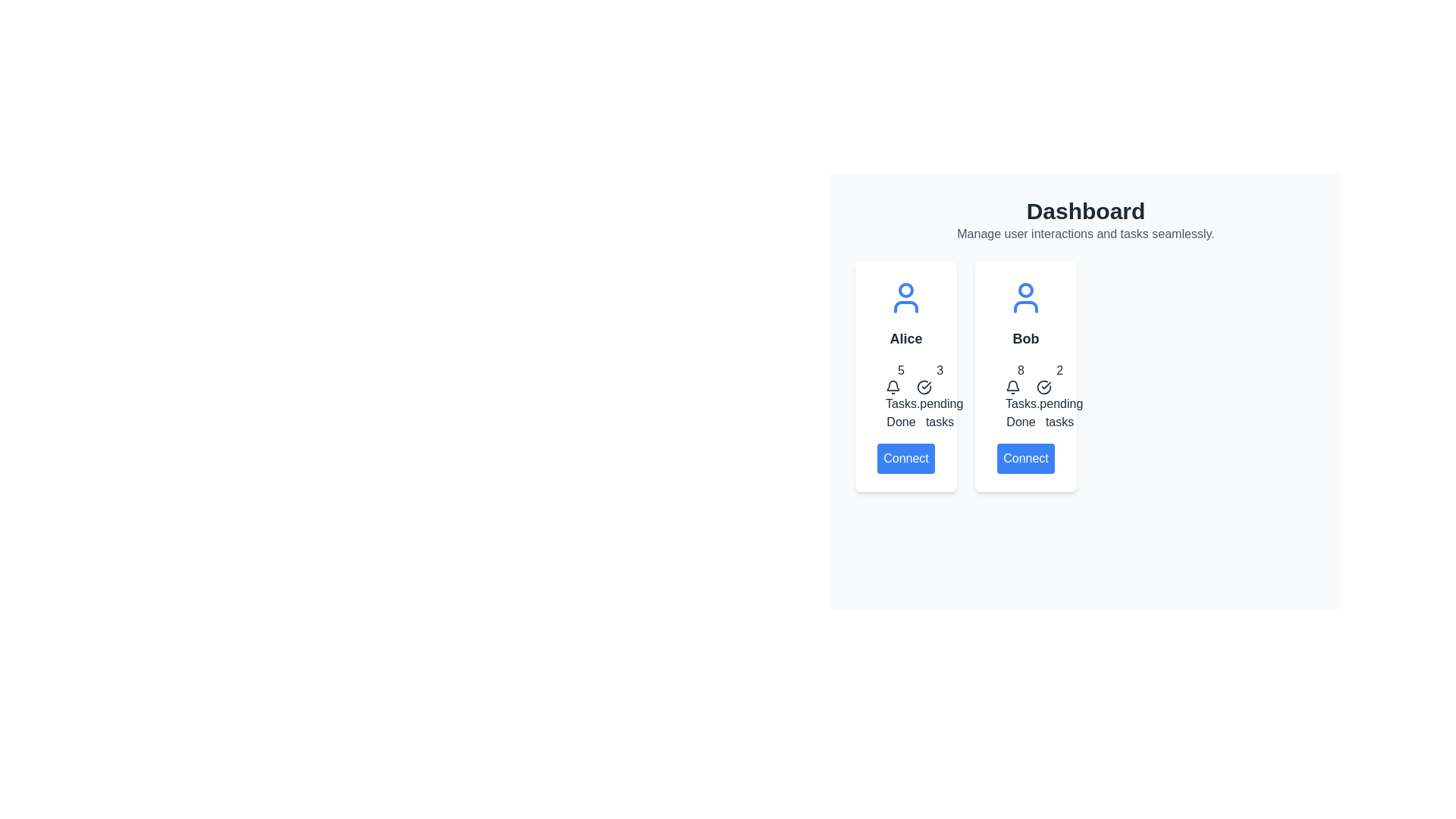  Describe the element at coordinates (906, 338) in the screenshot. I see `the text label displaying 'Alice'` at that location.